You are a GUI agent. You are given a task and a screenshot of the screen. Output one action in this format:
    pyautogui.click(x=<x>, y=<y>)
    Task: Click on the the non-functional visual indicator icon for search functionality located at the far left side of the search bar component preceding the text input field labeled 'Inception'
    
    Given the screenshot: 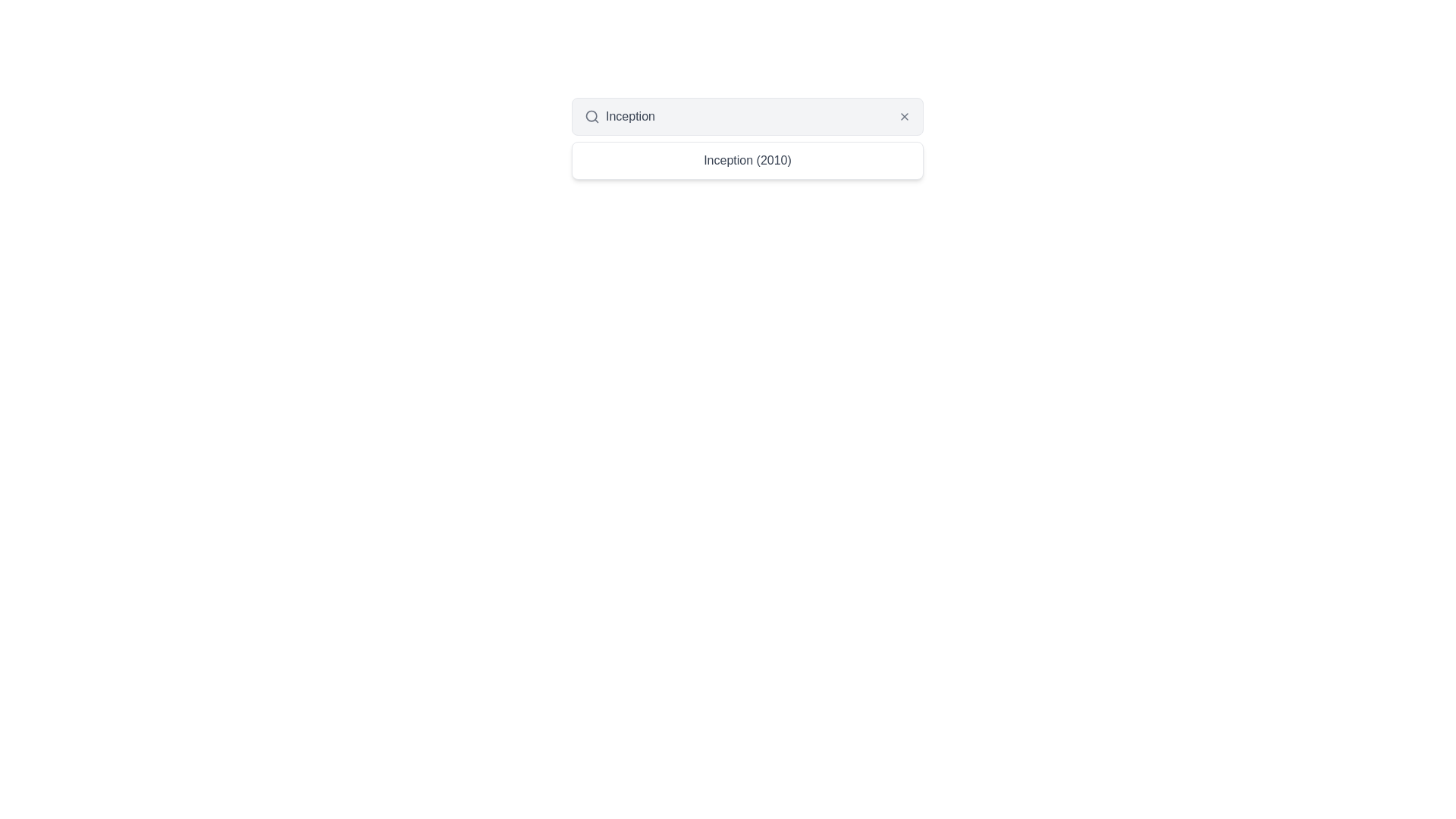 What is the action you would take?
    pyautogui.click(x=591, y=116)
    